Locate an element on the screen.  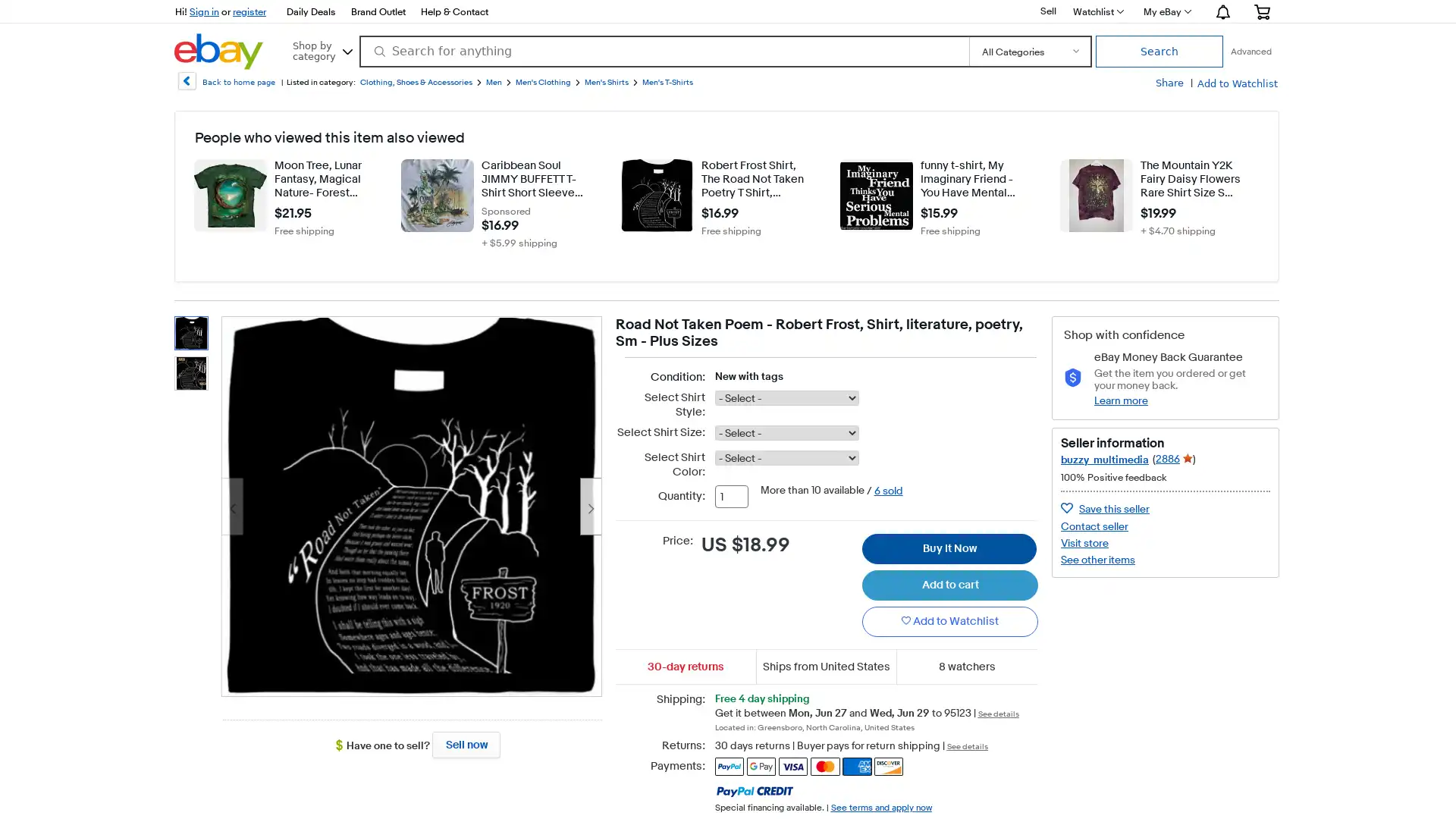
Shop by category is located at coordinates (318, 49).